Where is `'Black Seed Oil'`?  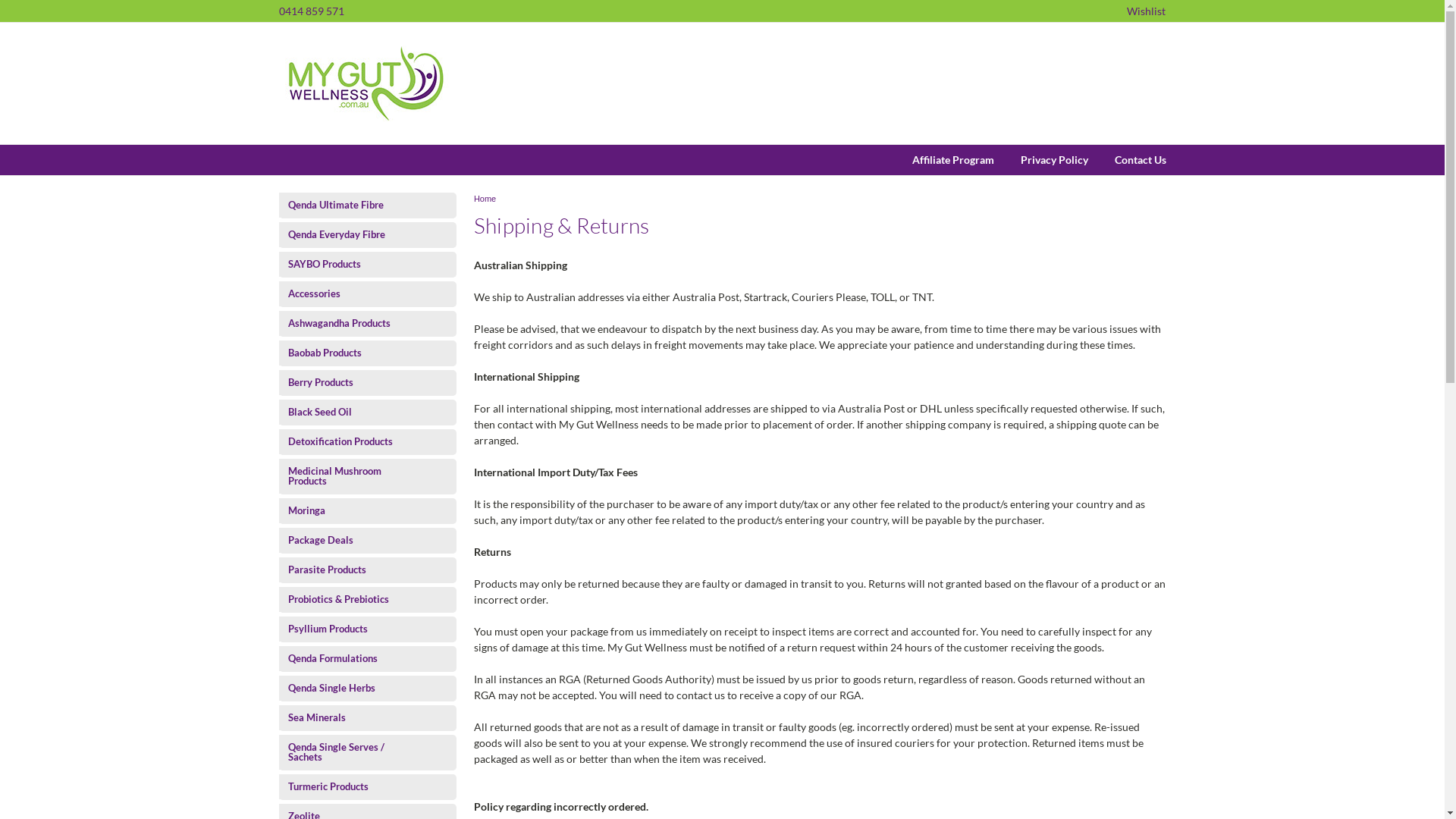 'Black Seed Oil' is located at coordinates (353, 412).